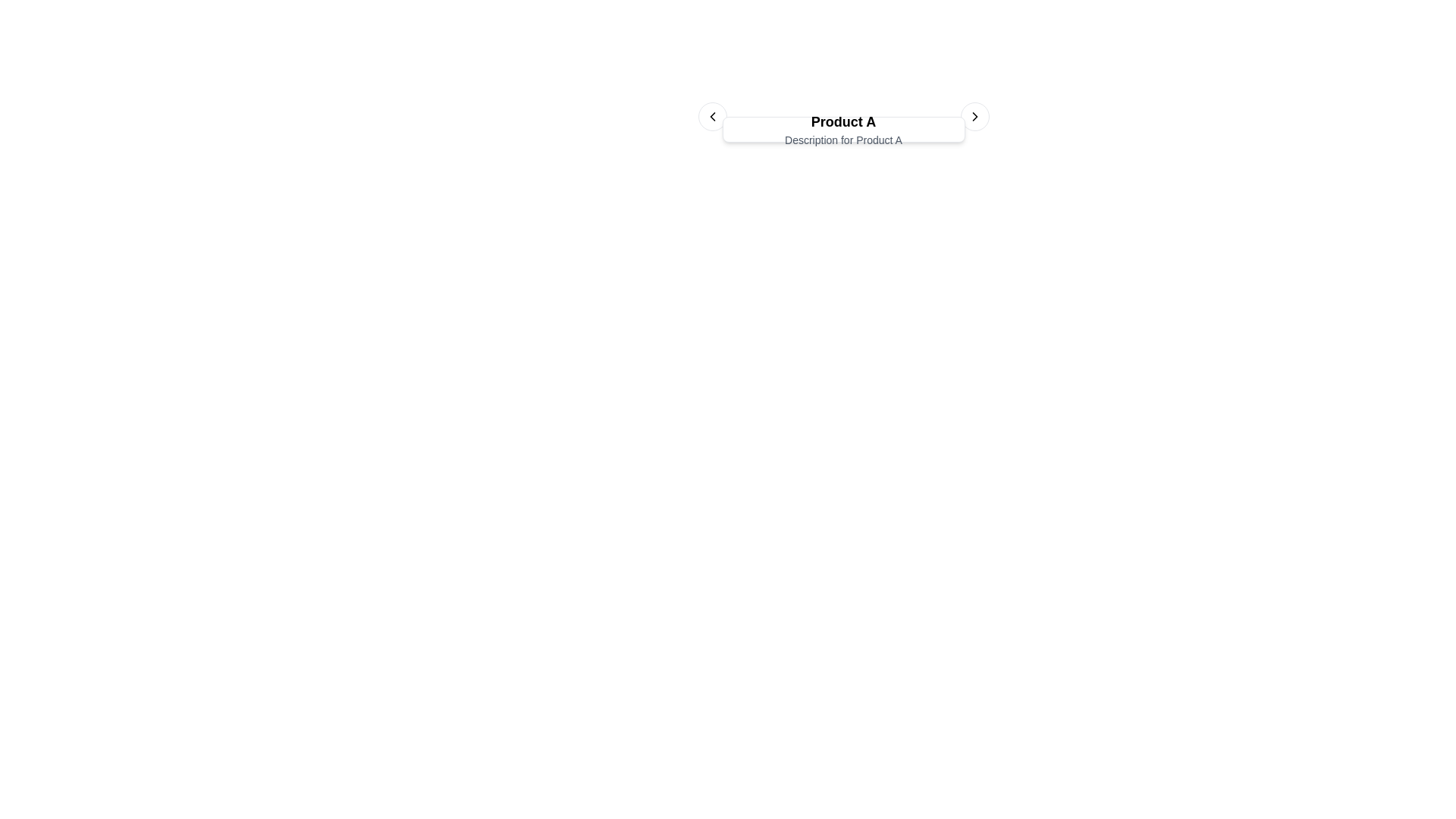  What do you see at coordinates (711, 116) in the screenshot?
I see `the leftmost navigation button to the left of the main product information section titled 'Product A'` at bounding box center [711, 116].